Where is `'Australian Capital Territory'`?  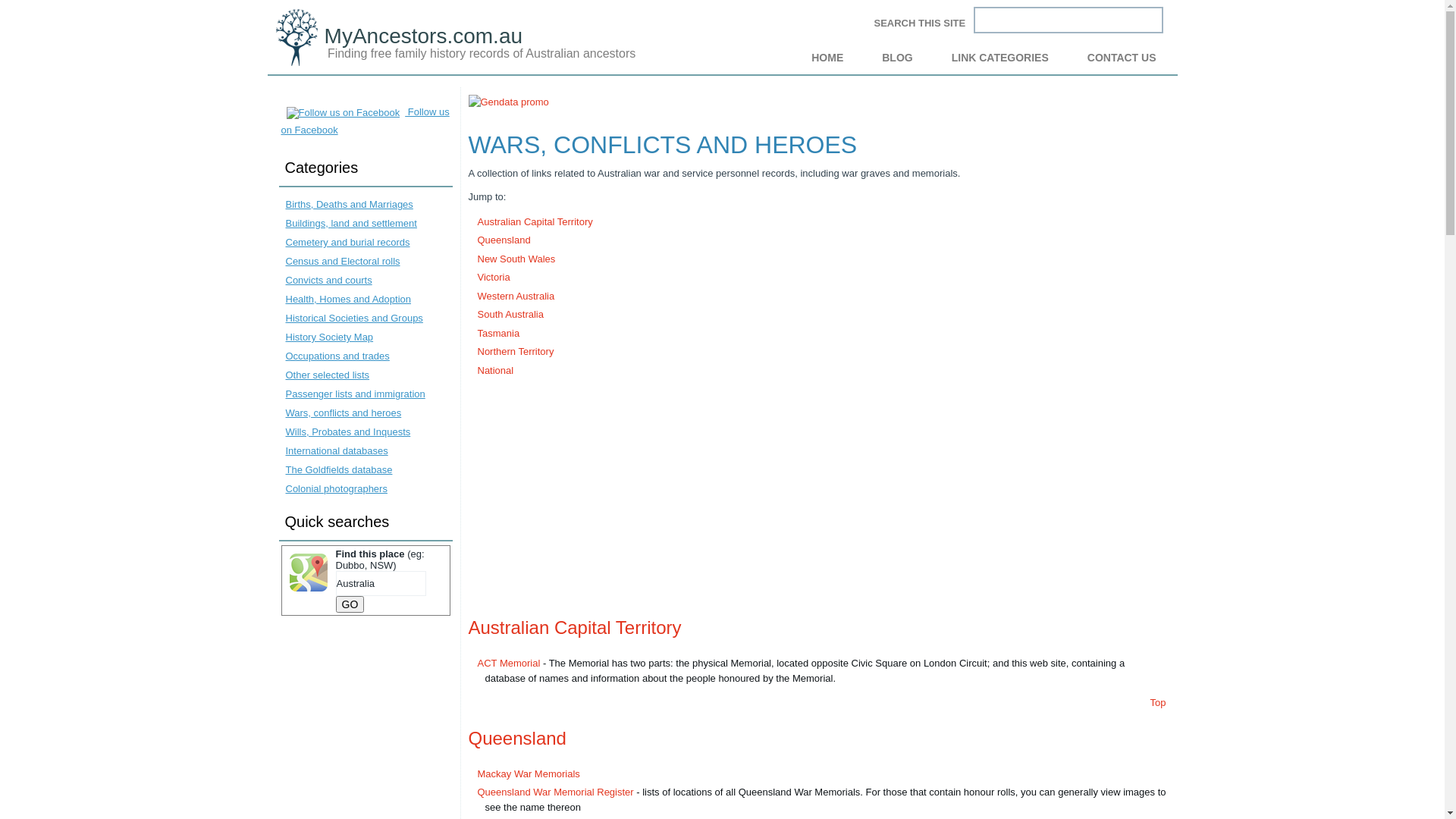
'Australian Capital Territory' is located at coordinates (535, 221).